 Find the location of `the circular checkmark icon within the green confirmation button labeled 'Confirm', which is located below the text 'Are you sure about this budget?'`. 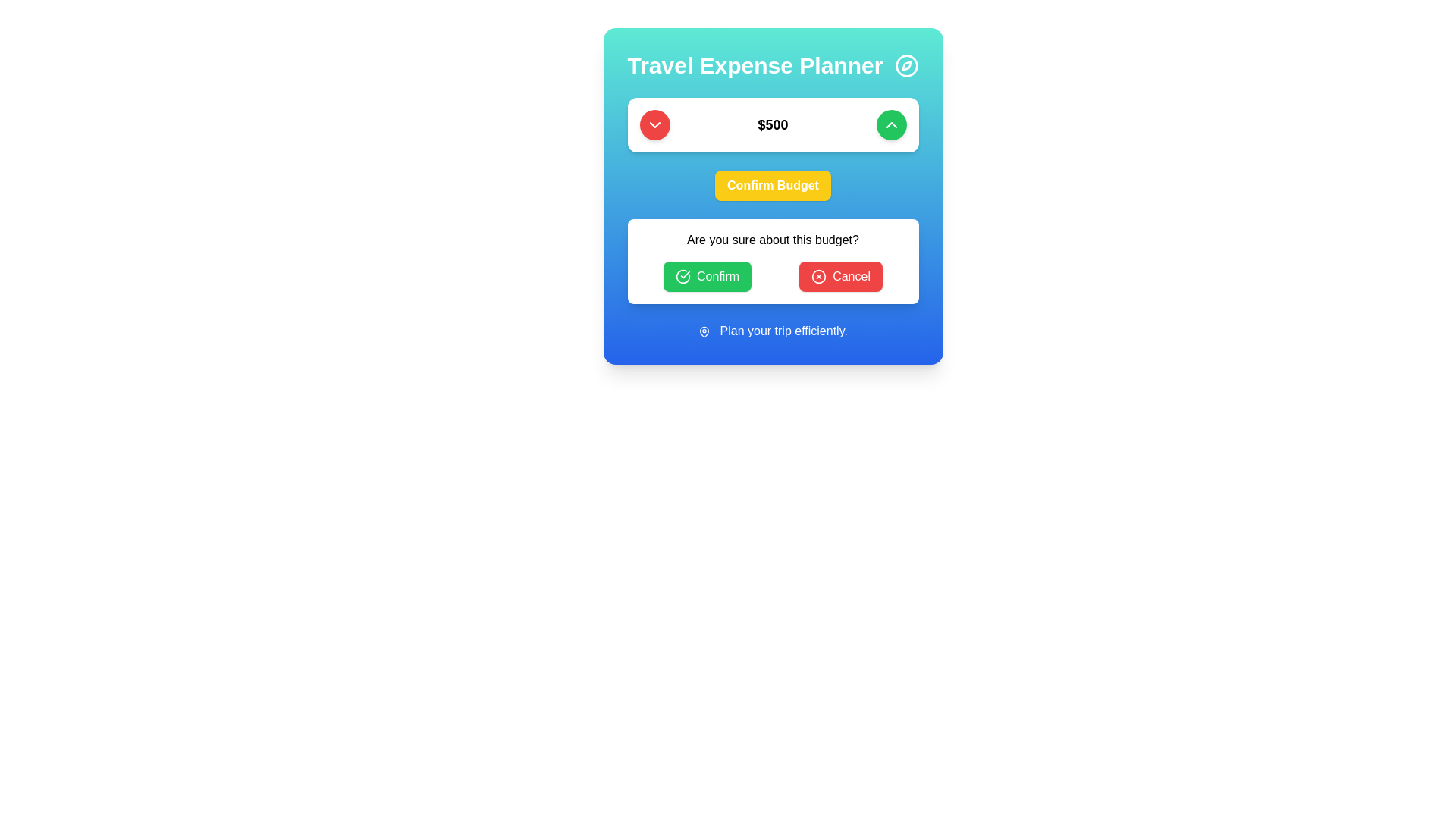

the circular checkmark icon within the green confirmation button labeled 'Confirm', which is located below the text 'Are you sure about this budget?' is located at coordinates (682, 277).